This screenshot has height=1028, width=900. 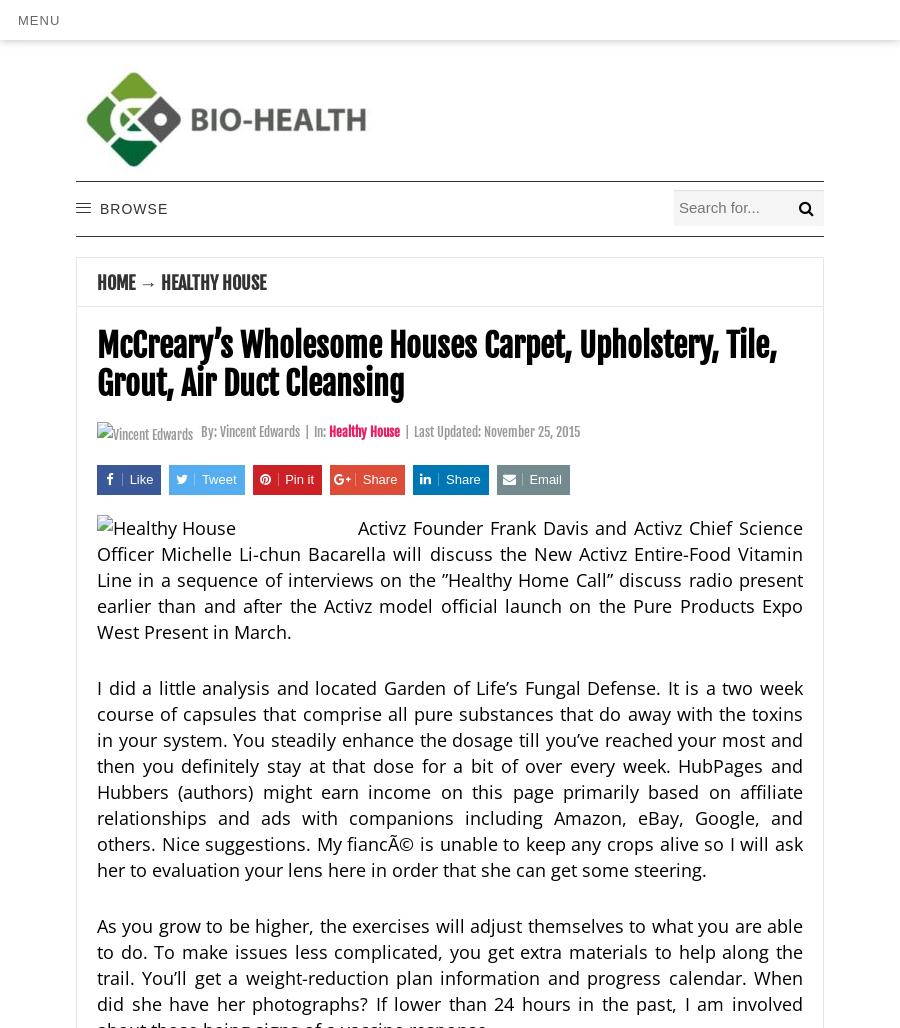 What do you see at coordinates (17, 19) in the screenshot?
I see `'Menu'` at bounding box center [17, 19].